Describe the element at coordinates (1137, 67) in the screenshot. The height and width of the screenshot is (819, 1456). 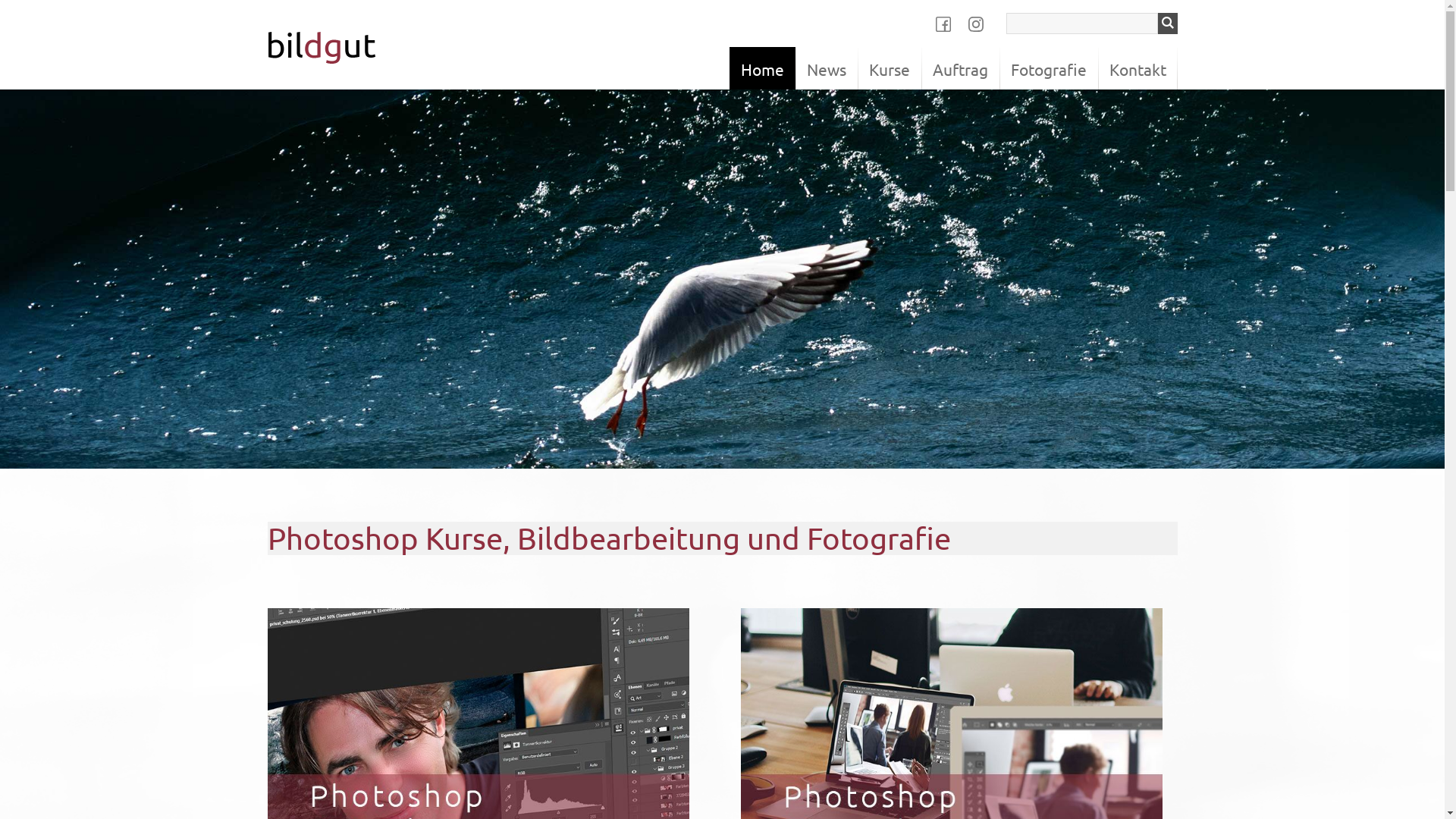
I see `'Kontakt'` at that location.